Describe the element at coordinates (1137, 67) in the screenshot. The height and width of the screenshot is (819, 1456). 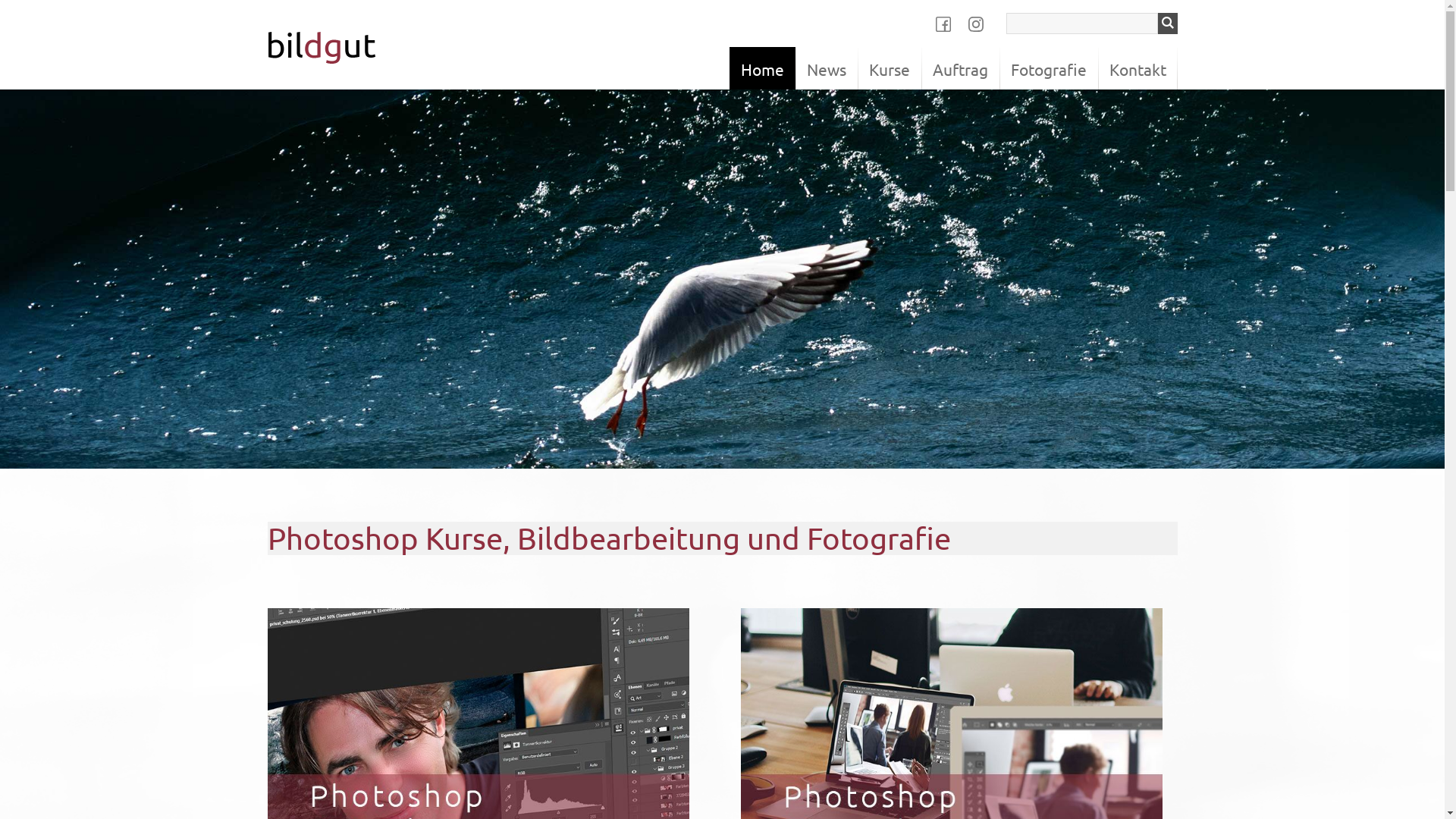
I see `'Kontakt'` at that location.